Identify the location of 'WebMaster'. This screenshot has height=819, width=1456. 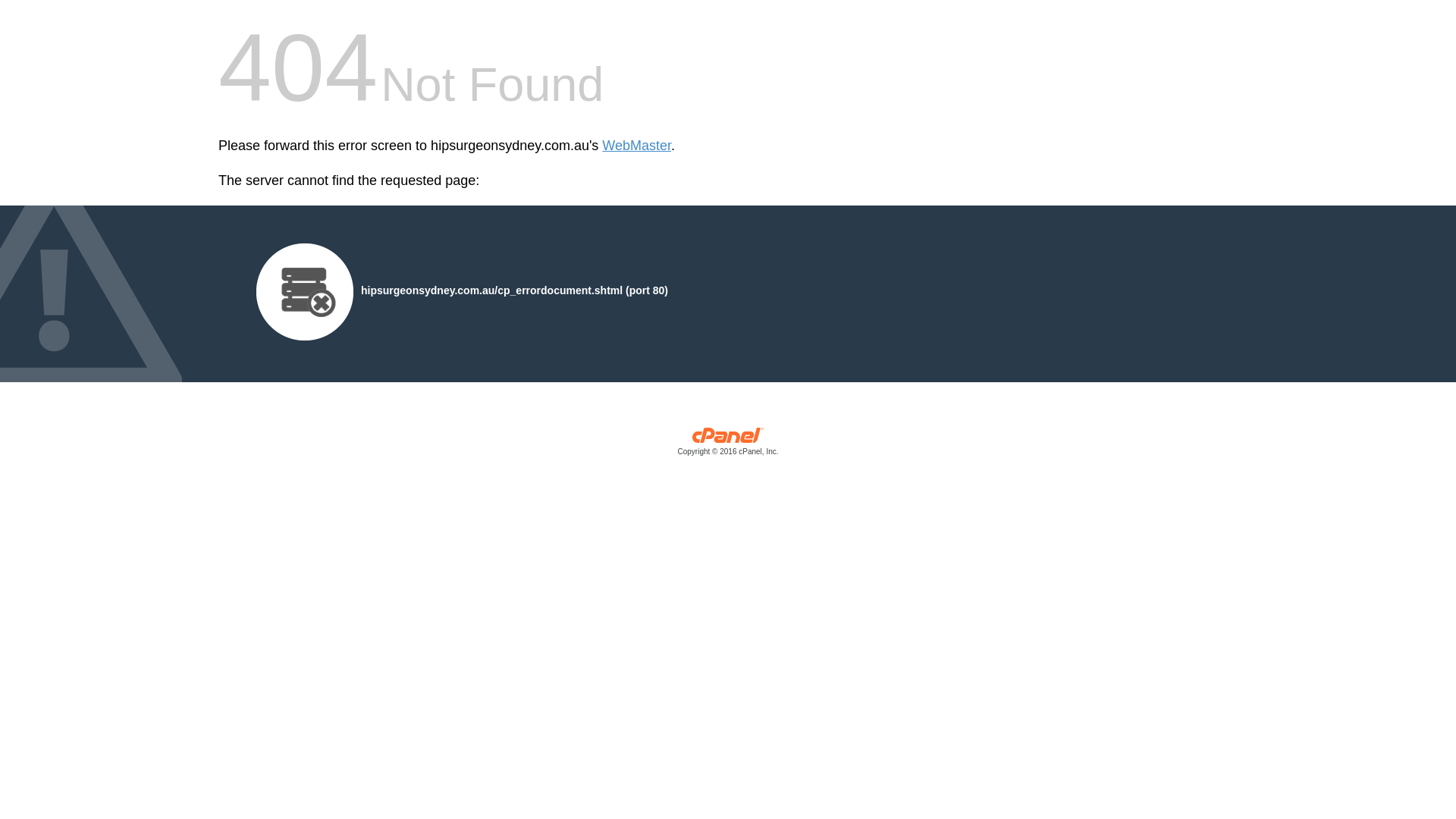
(636, 146).